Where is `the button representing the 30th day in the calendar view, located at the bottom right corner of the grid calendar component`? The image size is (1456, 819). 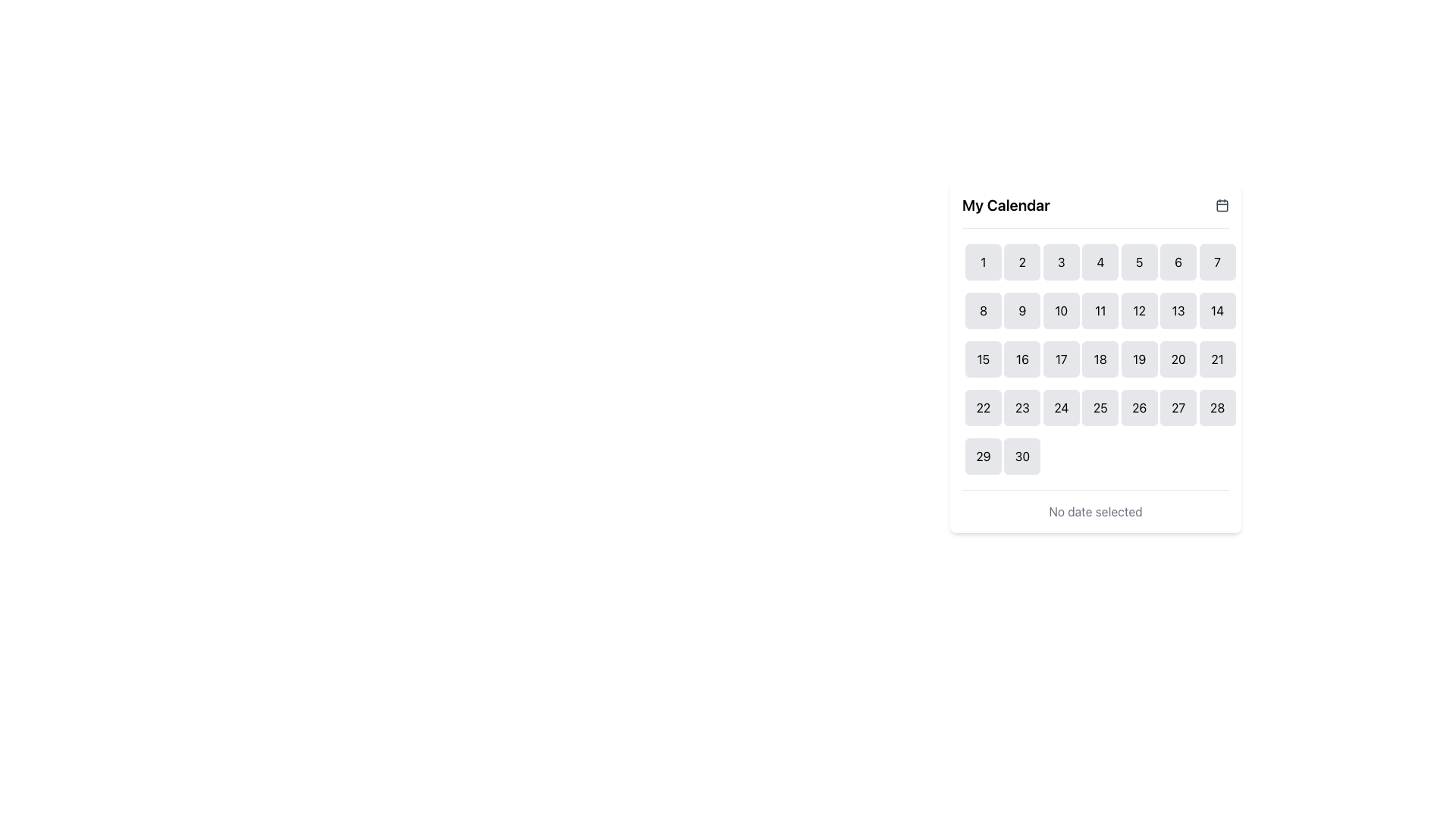
the button representing the 30th day in the calendar view, located at the bottom right corner of the grid calendar component is located at coordinates (1022, 455).